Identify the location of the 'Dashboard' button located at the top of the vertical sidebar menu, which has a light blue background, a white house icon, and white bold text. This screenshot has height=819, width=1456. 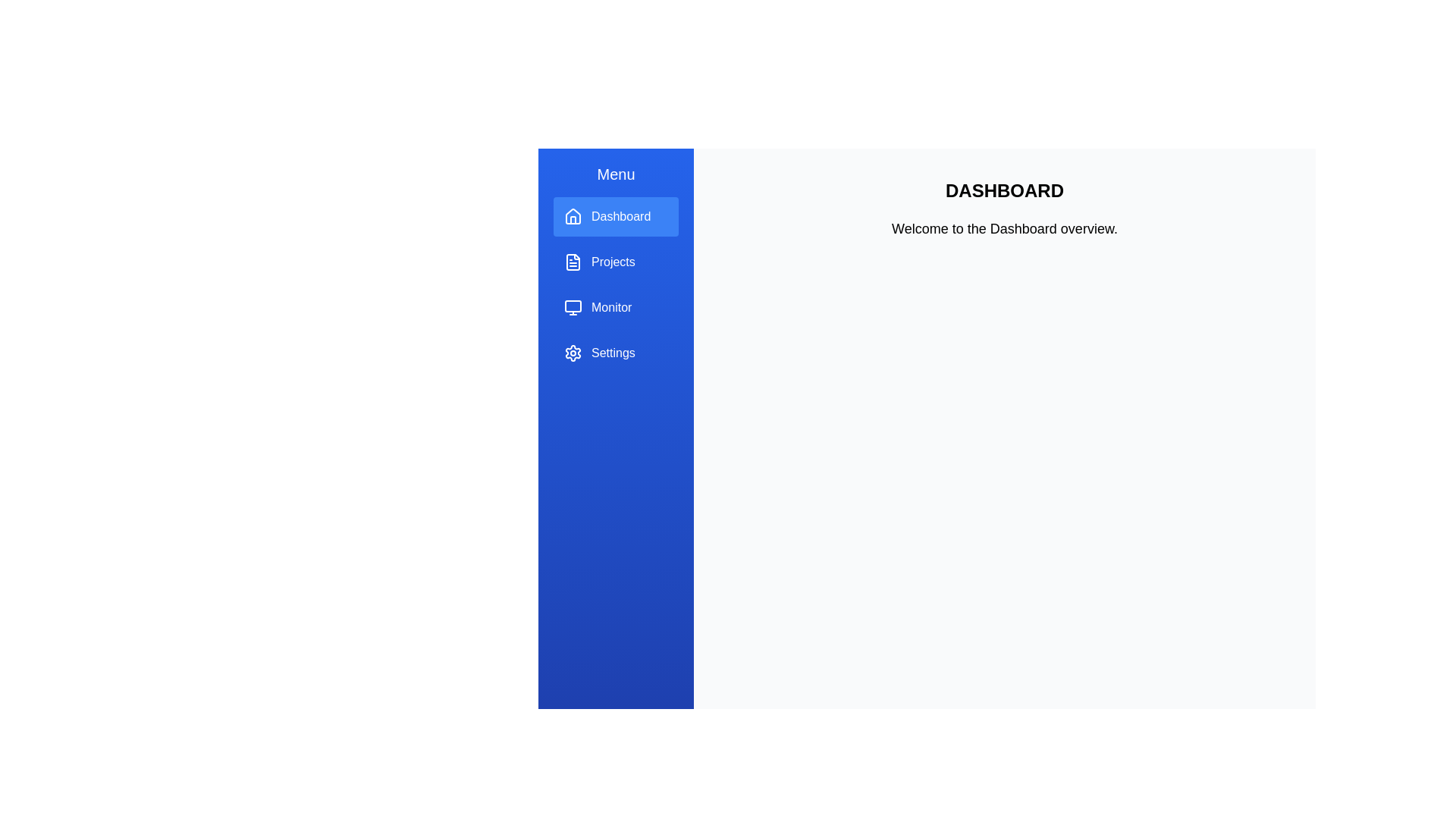
(616, 216).